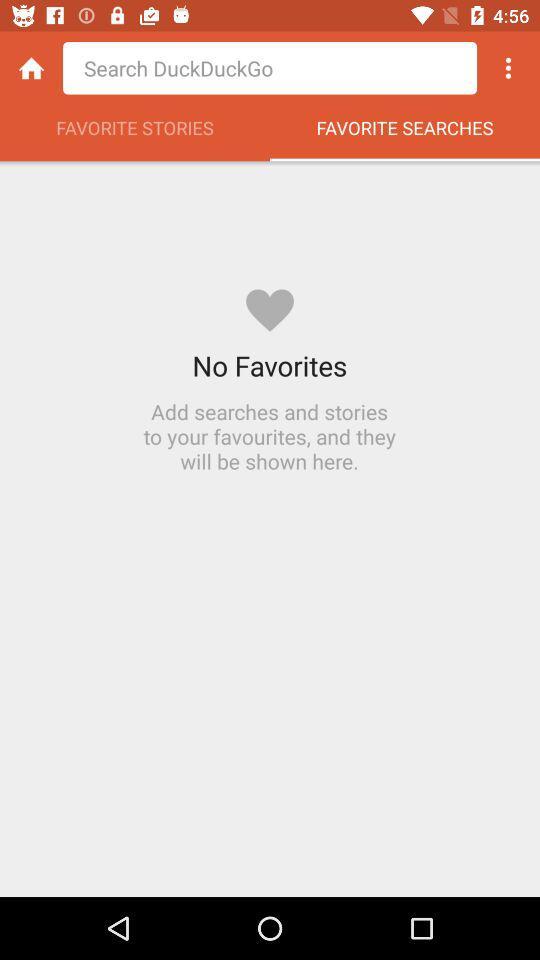 This screenshot has height=960, width=540. What do you see at coordinates (30, 68) in the screenshot?
I see `go home` at bounding box center [30, 68].